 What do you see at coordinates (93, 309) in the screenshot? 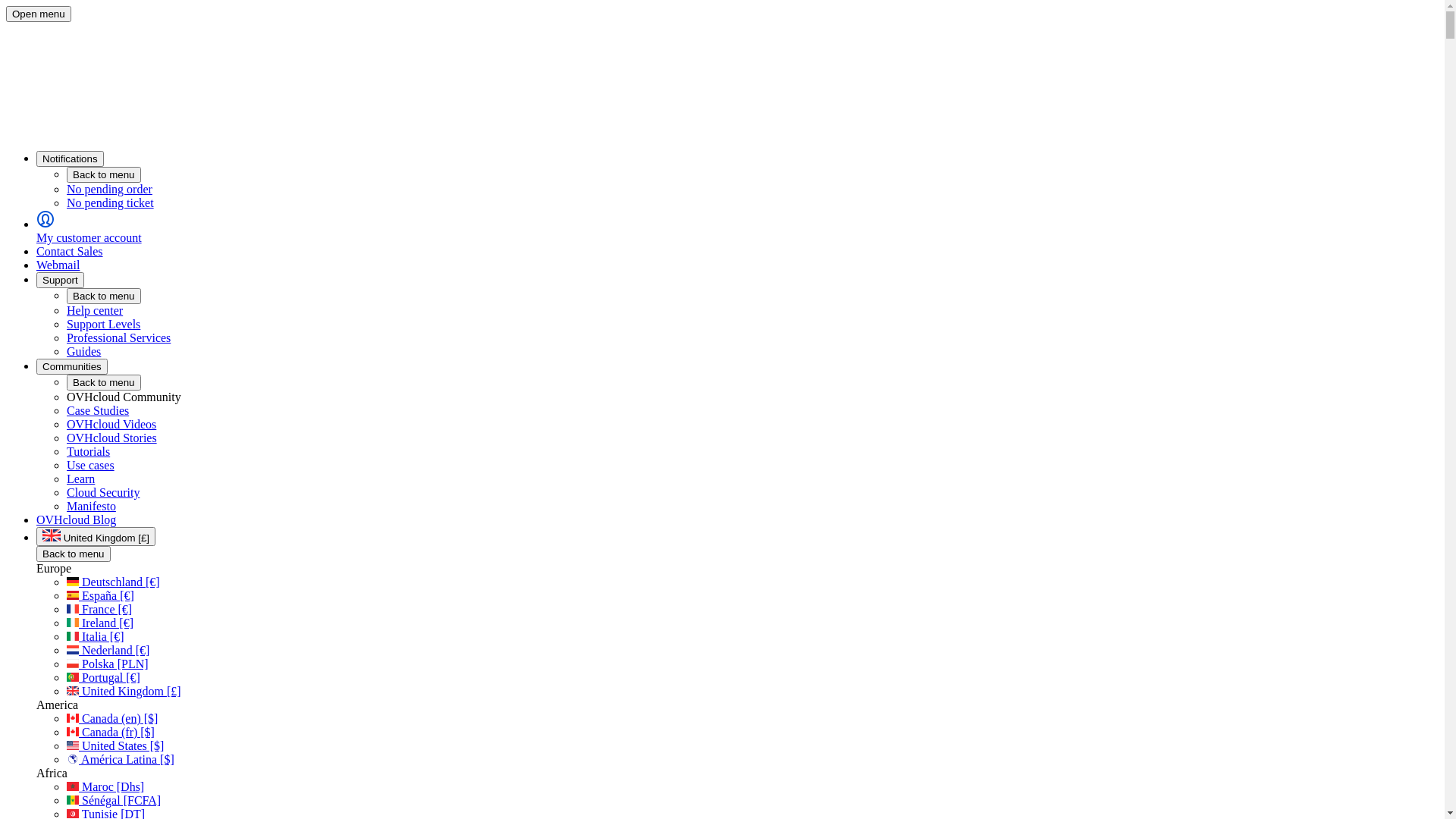
I see `'Help center'` at bounding box center [93, 309].